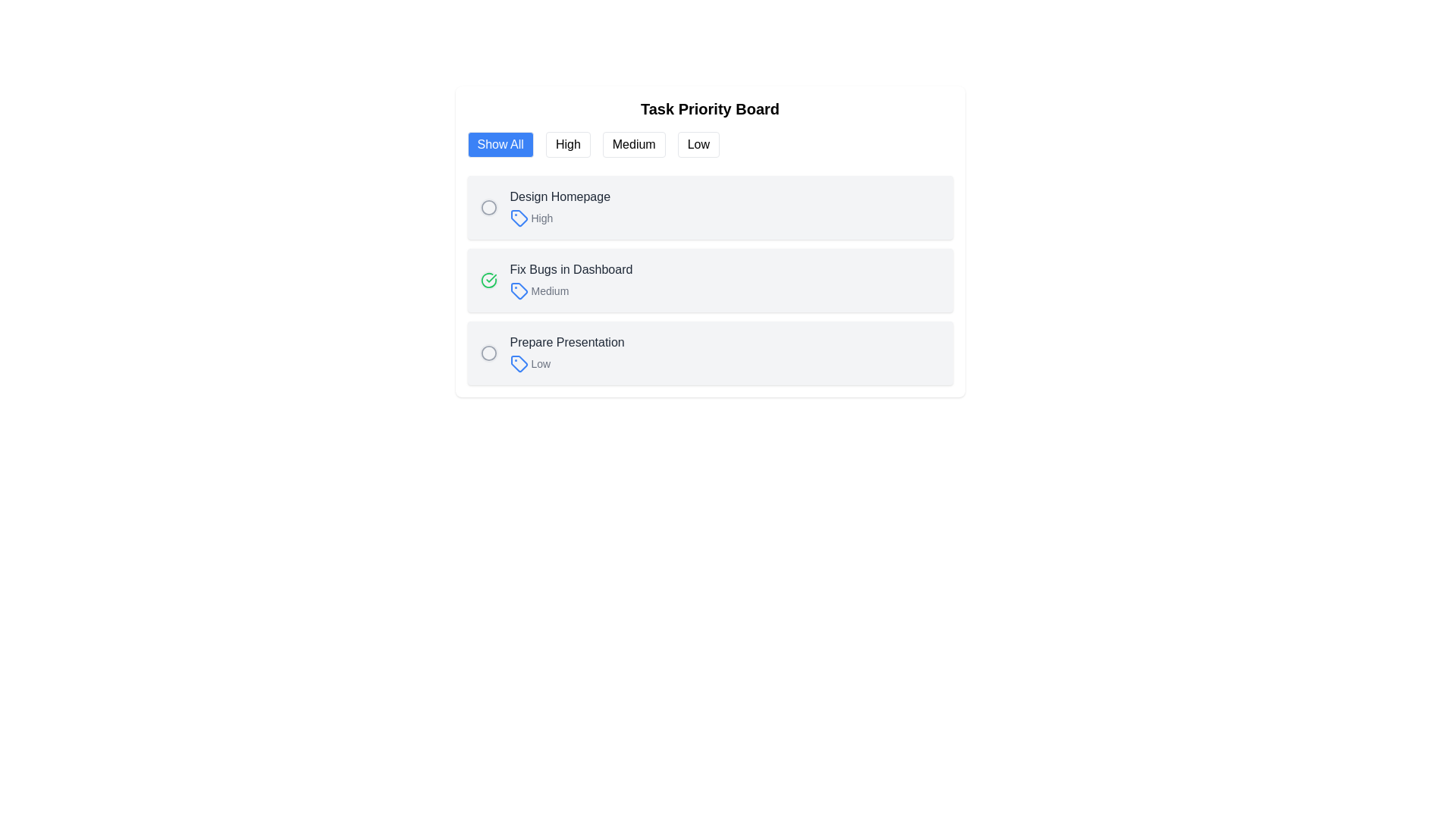 The width and height of the screenshot is (1456, 819). I want to click on the topmost item in the task priority list labeled 'Design Homepage', so click(544, 207).